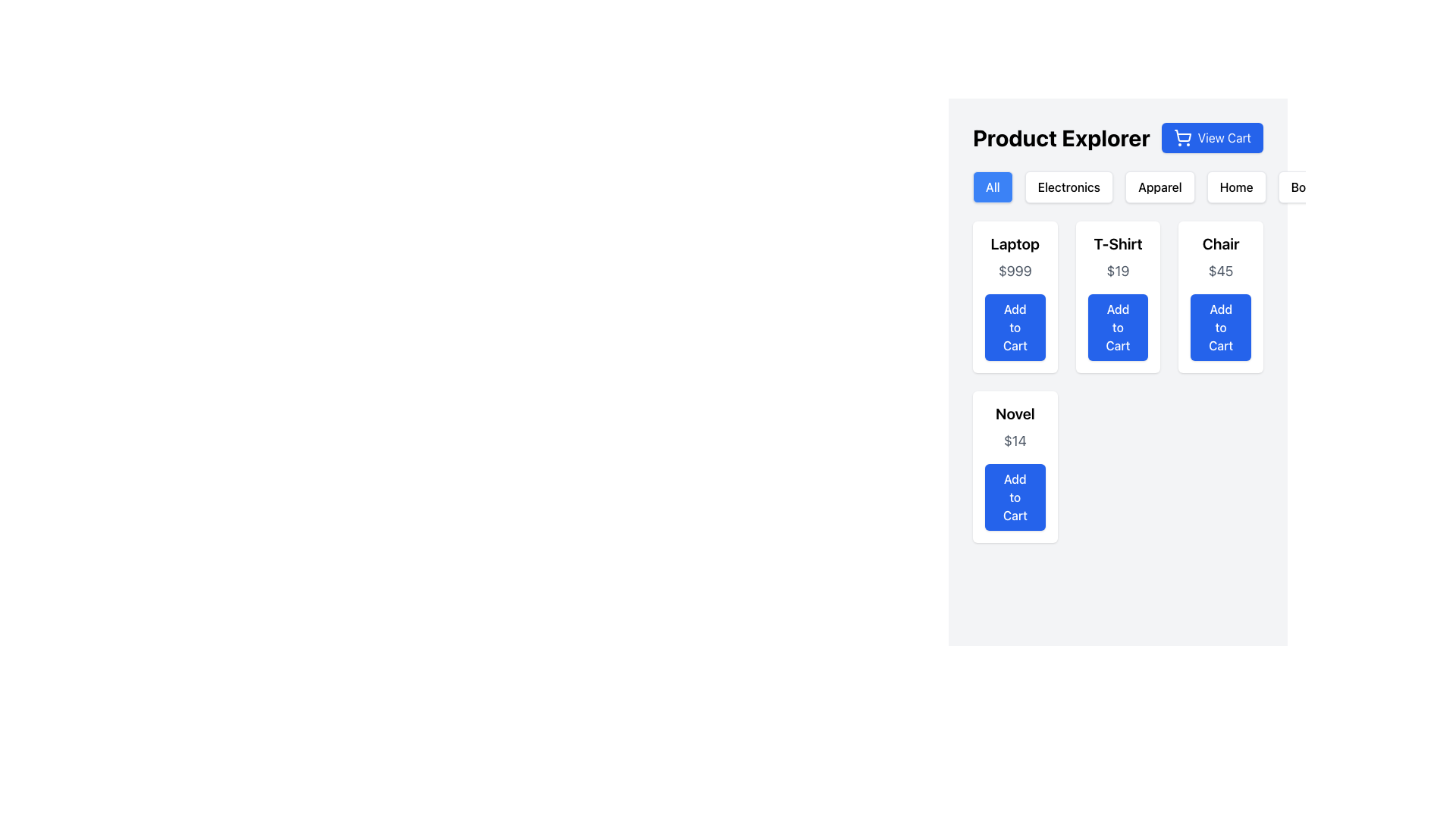 This screenshot has width=1456, height=819. What do you see at coordinates (1118, 243) in the screenshot?
I see `text element displaying 'T-Shirt' in bold, black, large font, located above the '$19' price text and the blue 'Add to Cart' button within the card layout in the 'Product Explorer' section` at bounding box center [1118, 243].